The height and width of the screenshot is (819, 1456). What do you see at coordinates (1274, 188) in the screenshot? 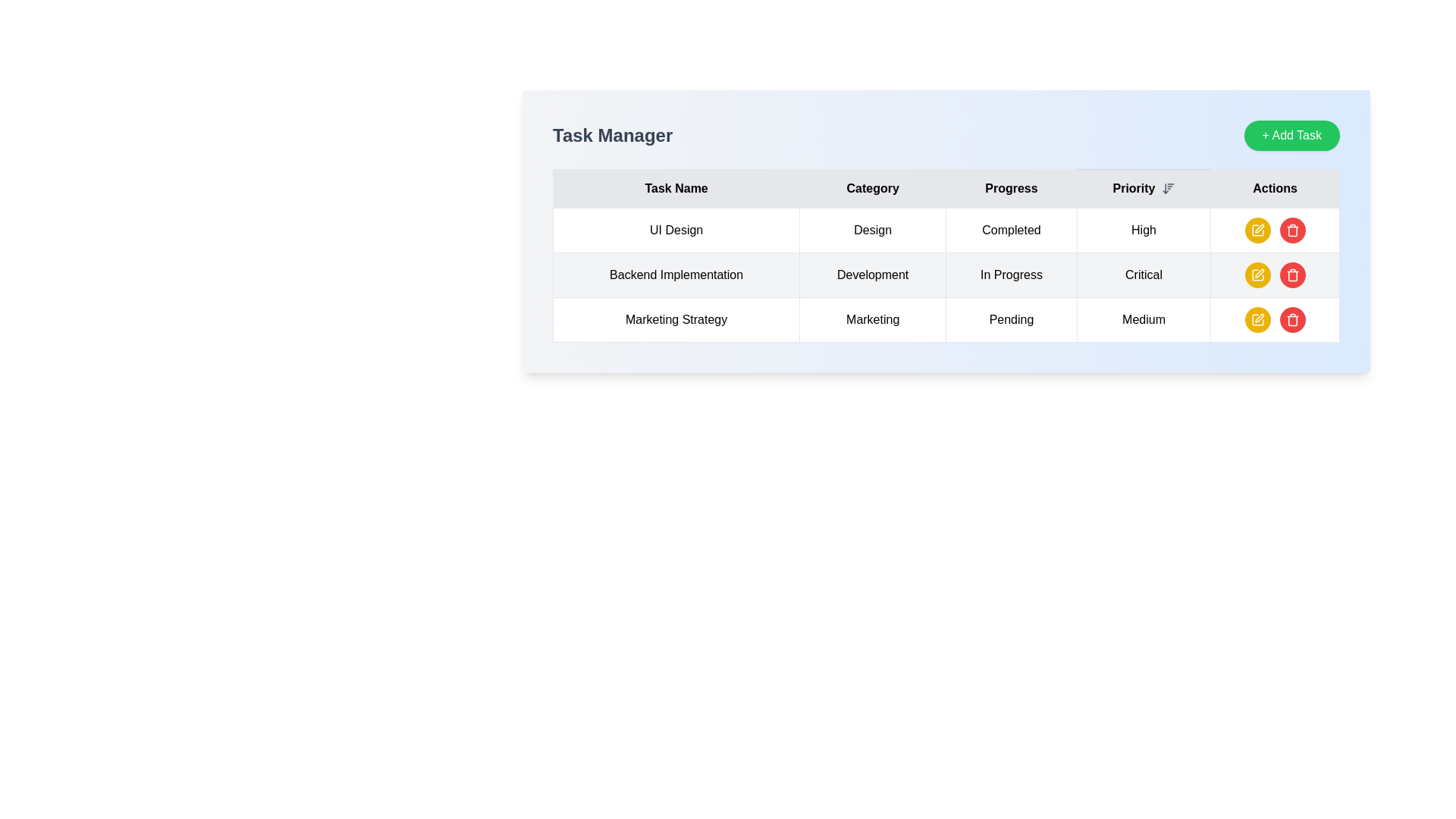
I see `the 'Actions' column header in the Task Manager table` at bounding box center [1274, 188].